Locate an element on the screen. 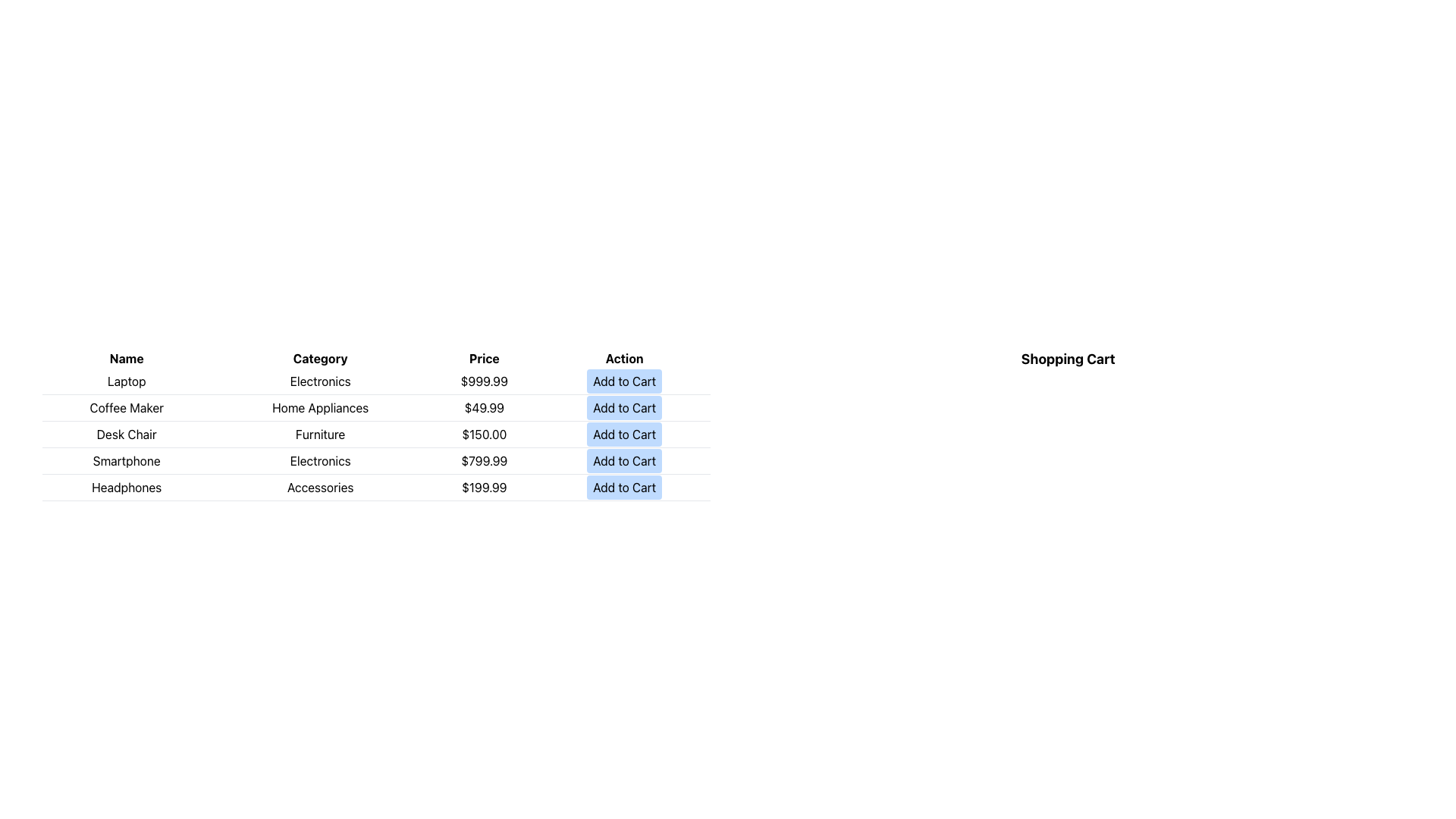 Image resolution: width=1456 pixels, height=819 pixels. the price text of the 'Coffee Maker' product located in the second row of the product details table, under the 'Price' header, adjacent to 'Home Appliances' and the 'Add to Cart' button is located at coordinates (483, 406).